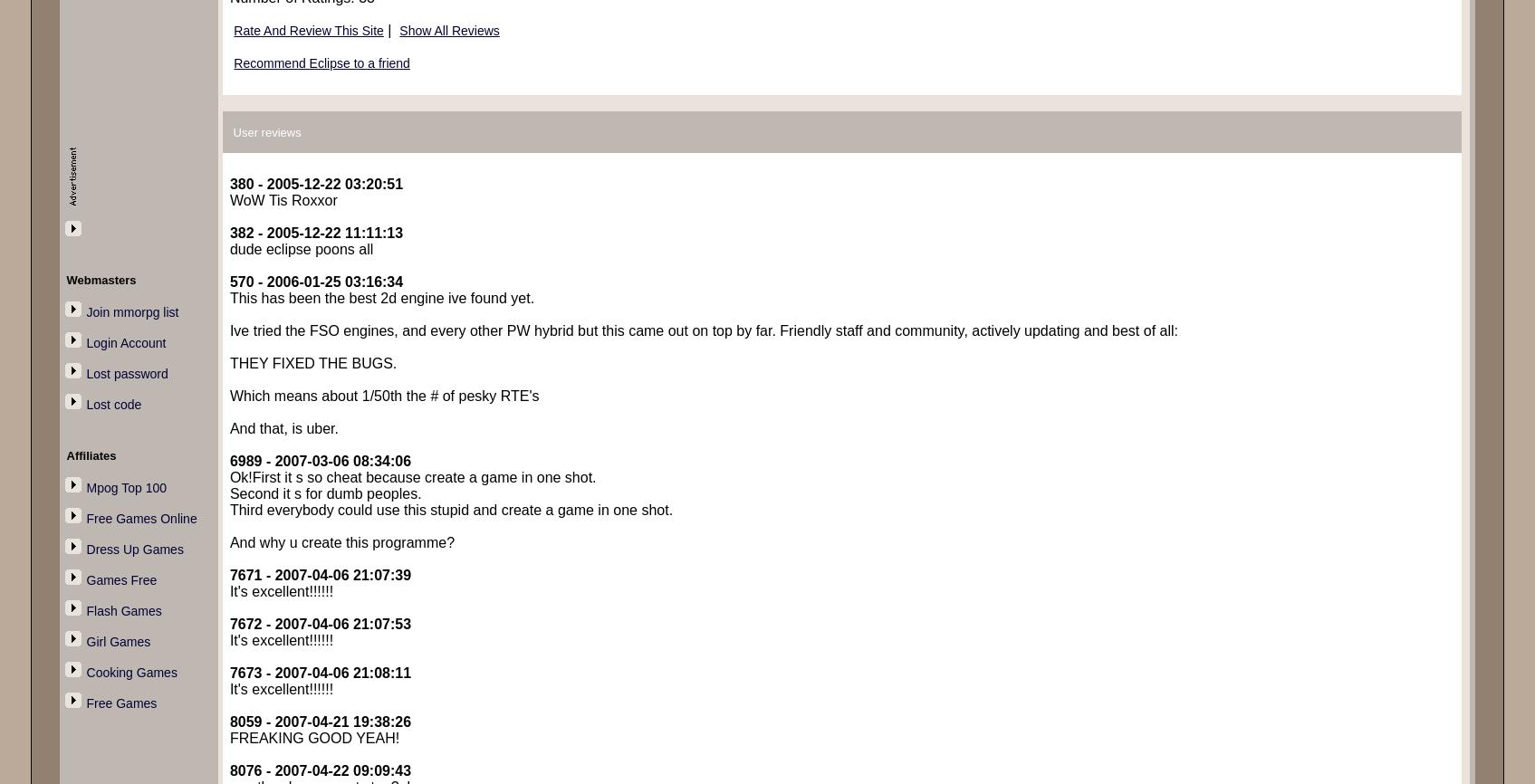 Image resolution: width=1535 pixels, height=784 pixels. What do you see at coordinates (134, 549) in the screenshot?
I see `'Dress Up Games'` at bounding box center [134, 549].